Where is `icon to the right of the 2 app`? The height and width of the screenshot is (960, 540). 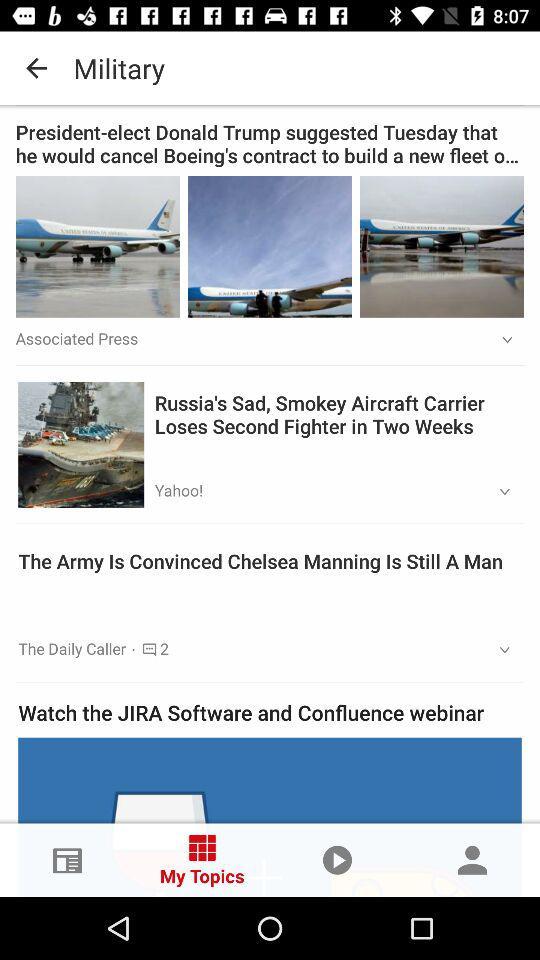 icon to the right of the 2 app is located at coordinates (497, 649).